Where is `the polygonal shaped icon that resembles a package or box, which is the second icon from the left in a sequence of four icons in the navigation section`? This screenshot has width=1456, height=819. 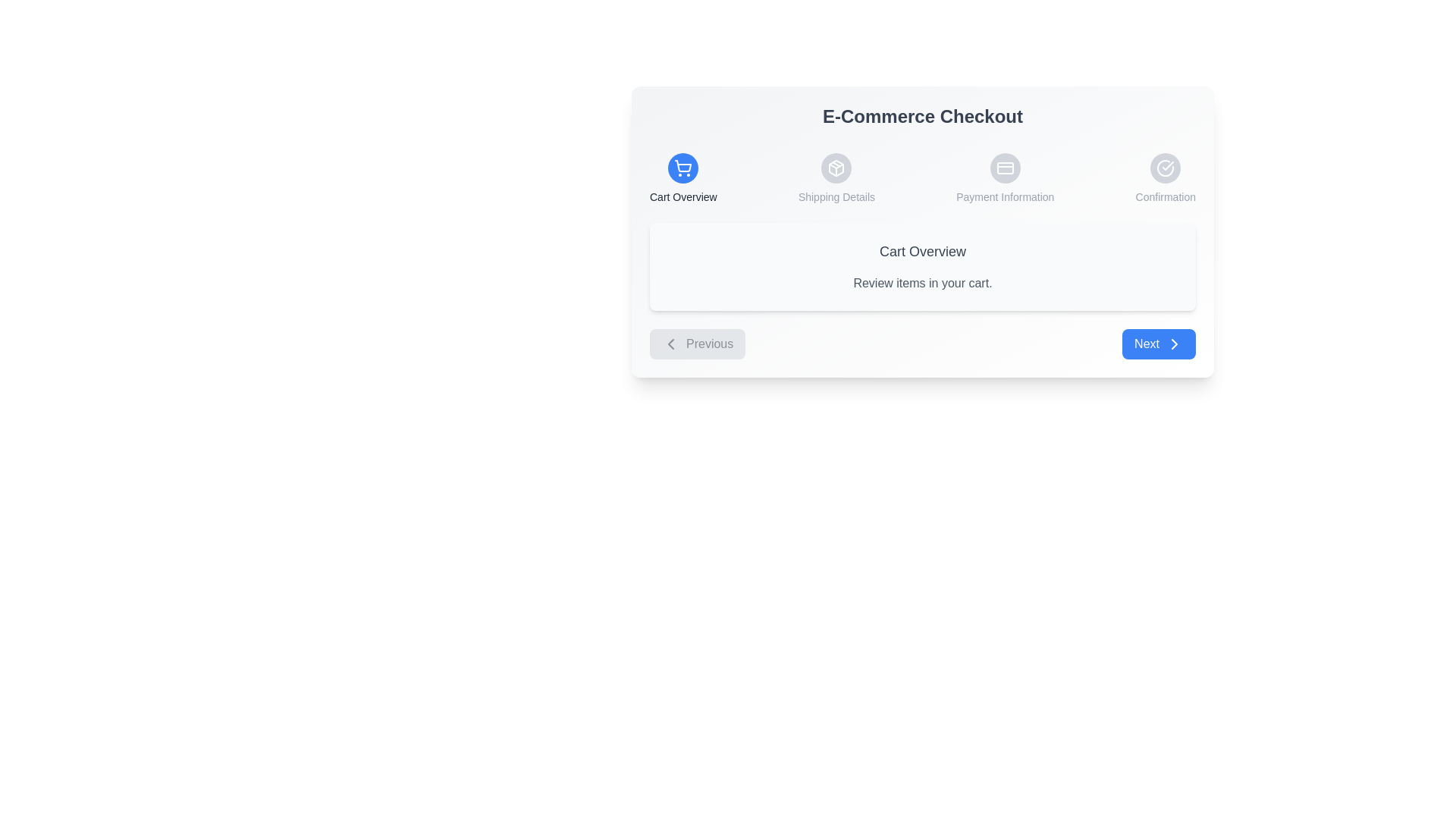 the polygonal shaped icon that resembles a package or box, which is the second icon from the left in a sequence of four icons in the navigation section is located at coordinates (836, 168).